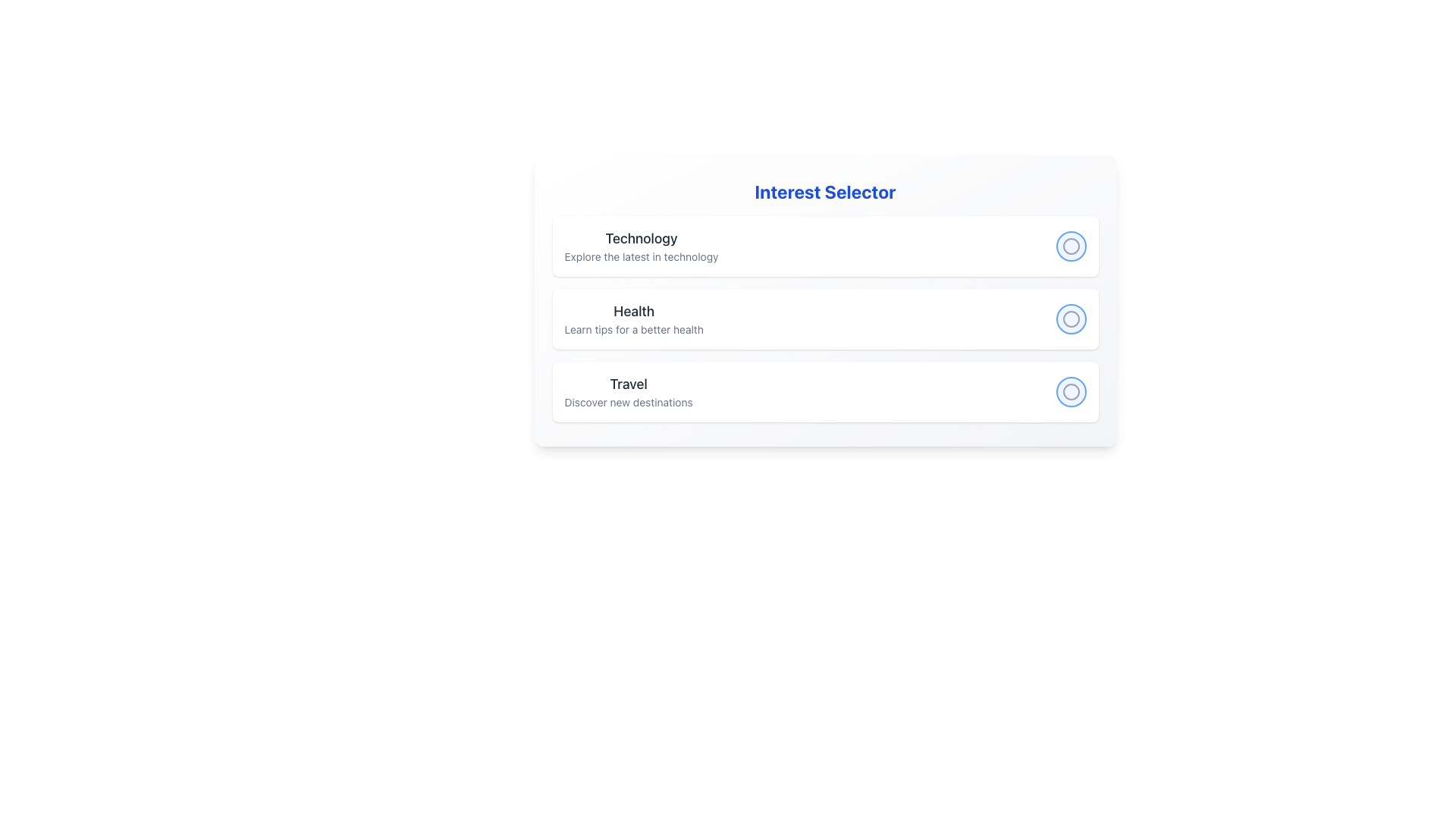 The width and height of the screenshot is (1456, 819). I want to click on the 'Health' text block within the information card, which is the second entry in the 'Interest Selector' list, positioned between 'Technology' and 'Travel', so click(634, 318).